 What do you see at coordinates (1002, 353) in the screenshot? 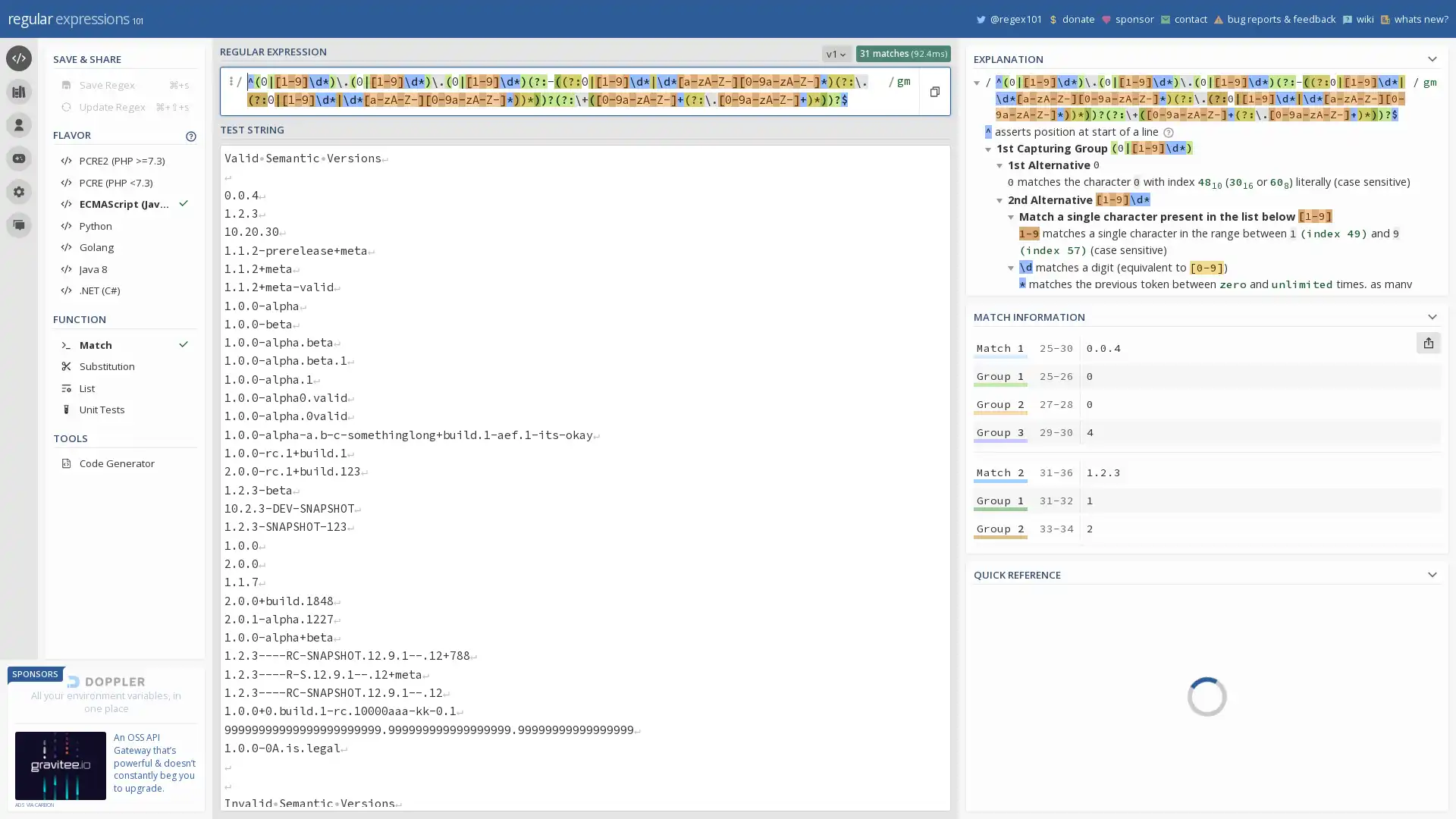
I see `Collapse Subtree` at bounding box center [1002, 353].